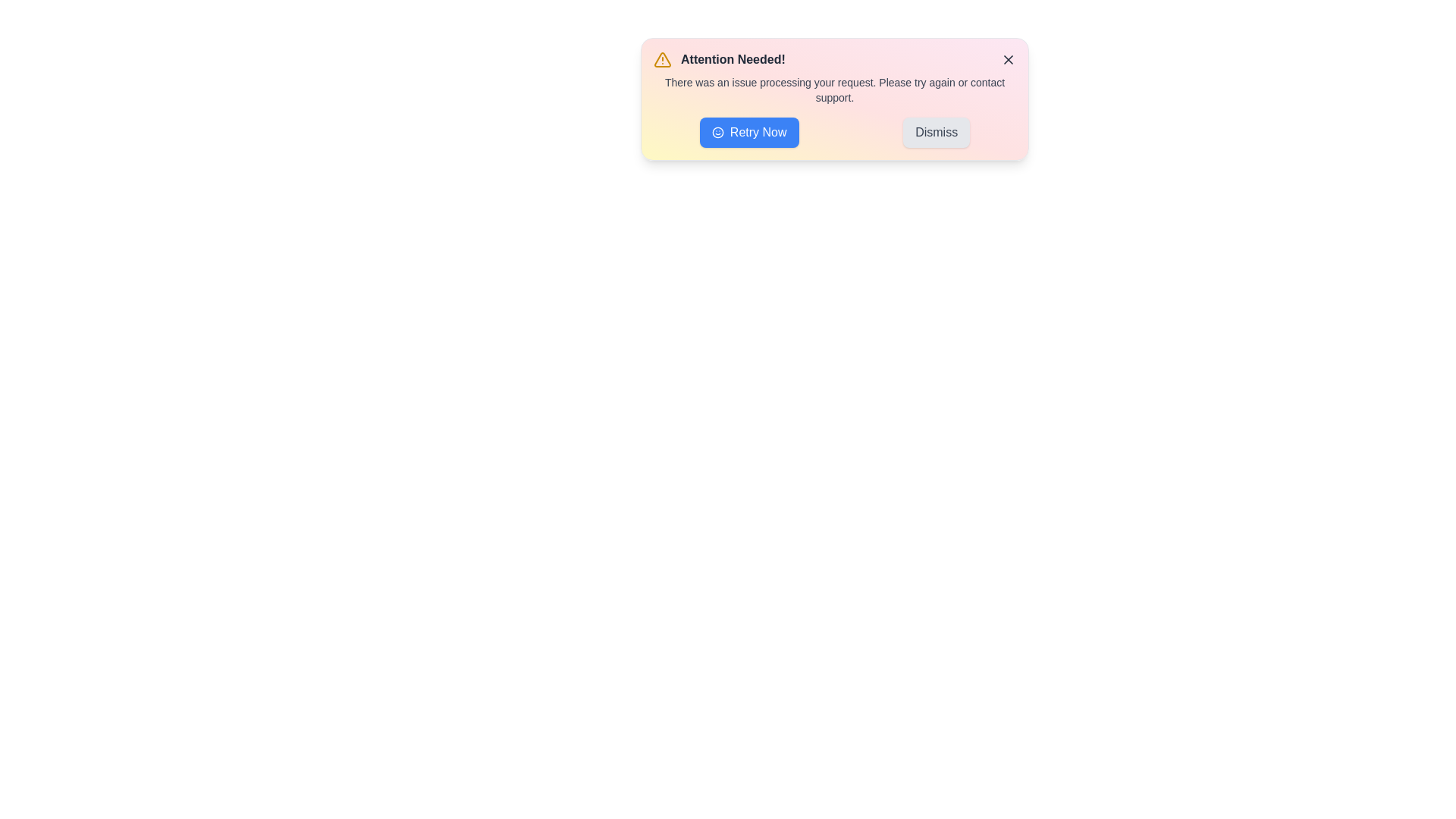  Describe the element at coordinates (1008, 58) in the screenshot. I see `close button to dismiss the alert` at that location.